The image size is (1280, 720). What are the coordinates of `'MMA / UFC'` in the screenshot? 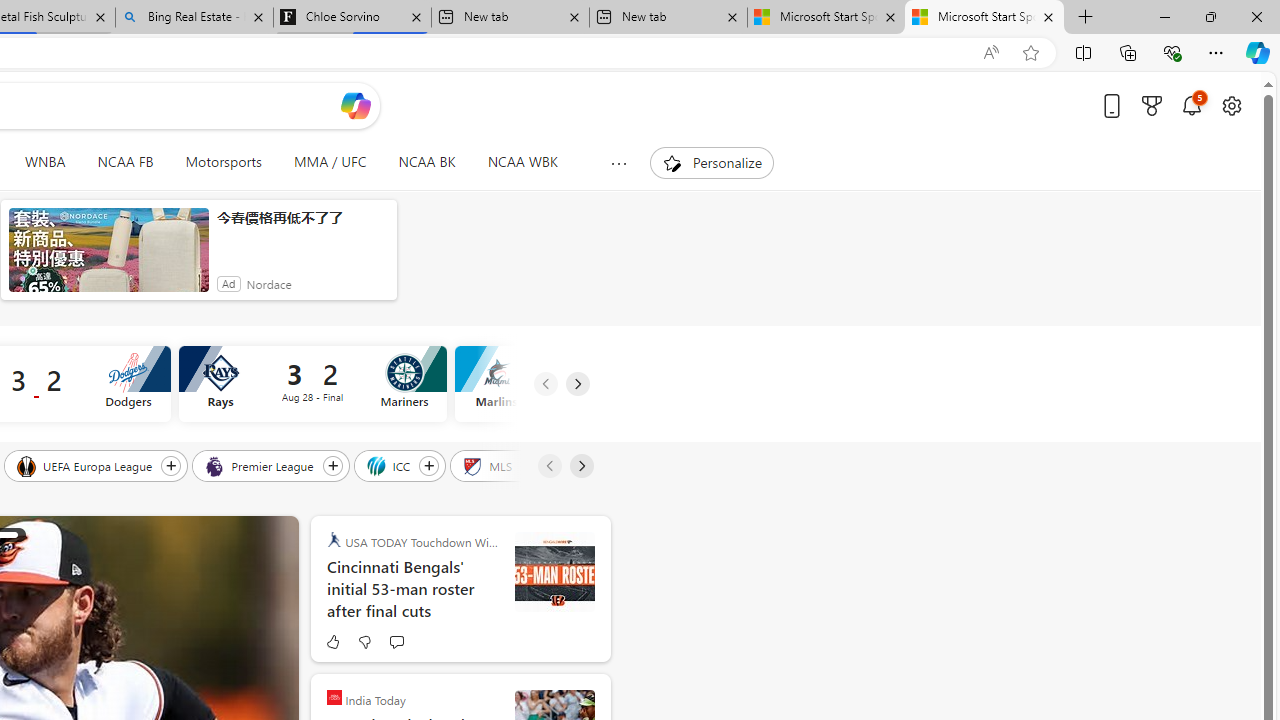 It's located at (330, 162).